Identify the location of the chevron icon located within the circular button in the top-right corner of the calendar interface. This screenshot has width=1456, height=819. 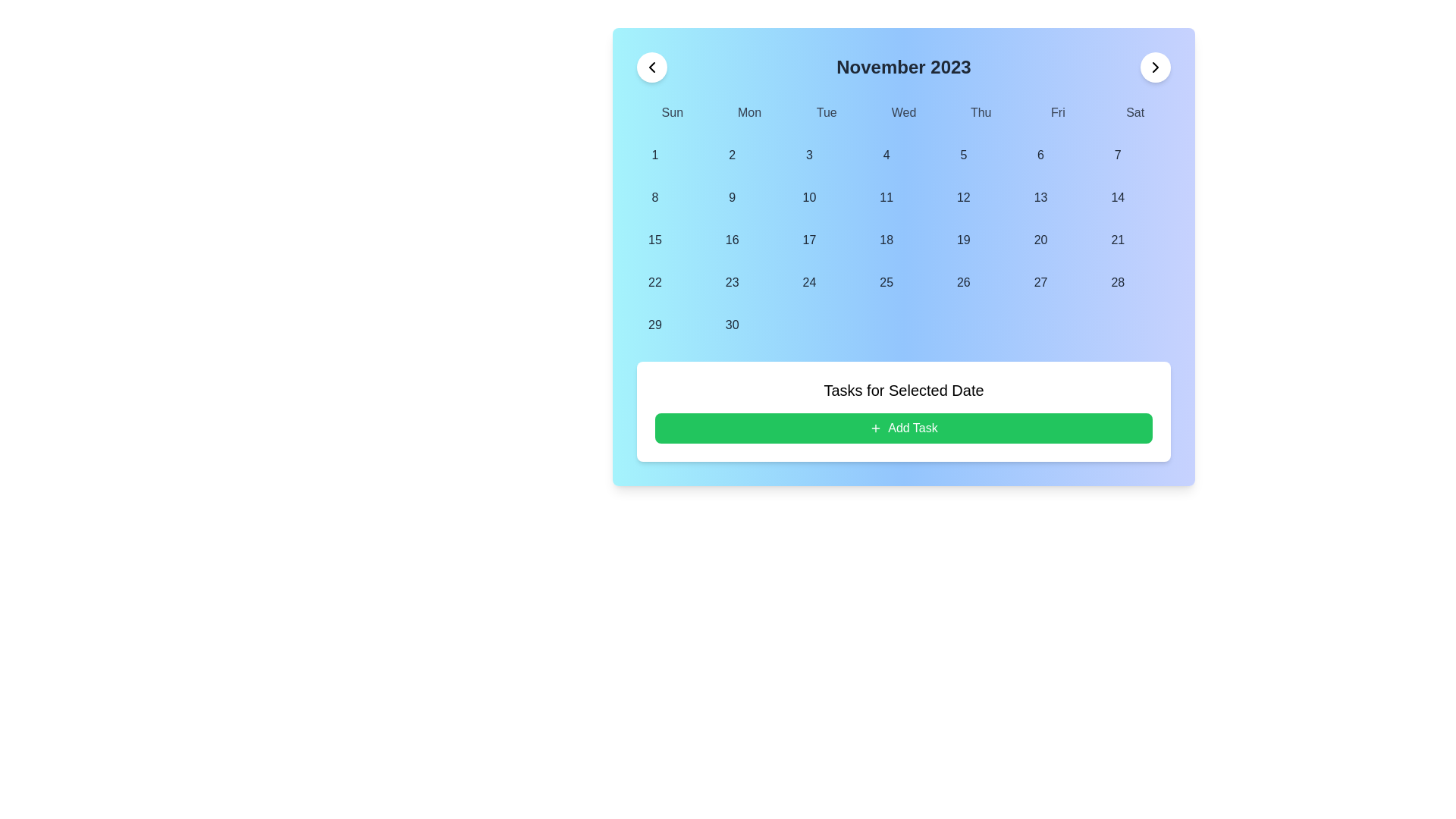
(1154, 66).